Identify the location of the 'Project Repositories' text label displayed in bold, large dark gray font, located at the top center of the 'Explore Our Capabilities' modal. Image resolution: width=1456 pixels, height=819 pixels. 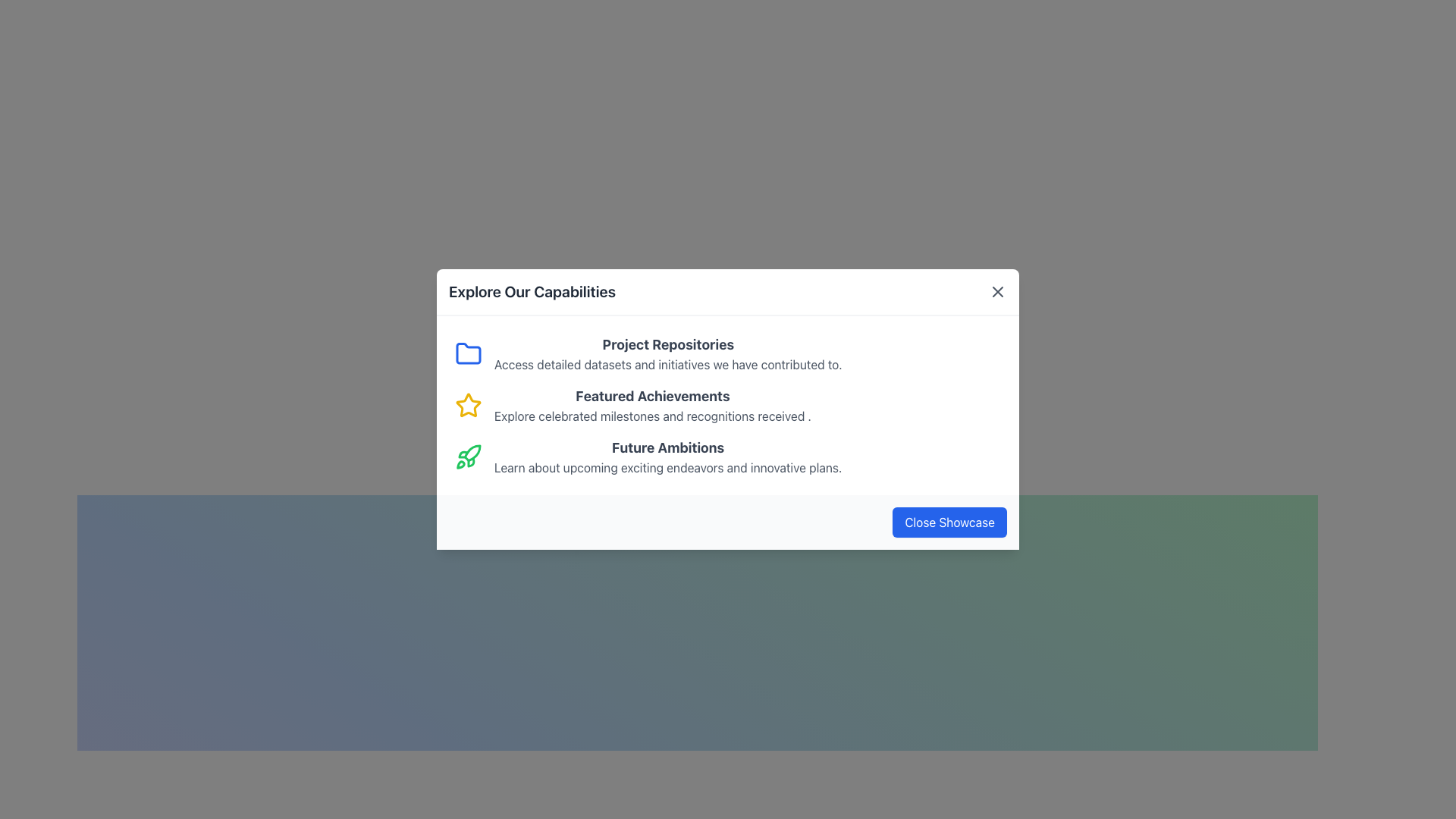
(667, 345).